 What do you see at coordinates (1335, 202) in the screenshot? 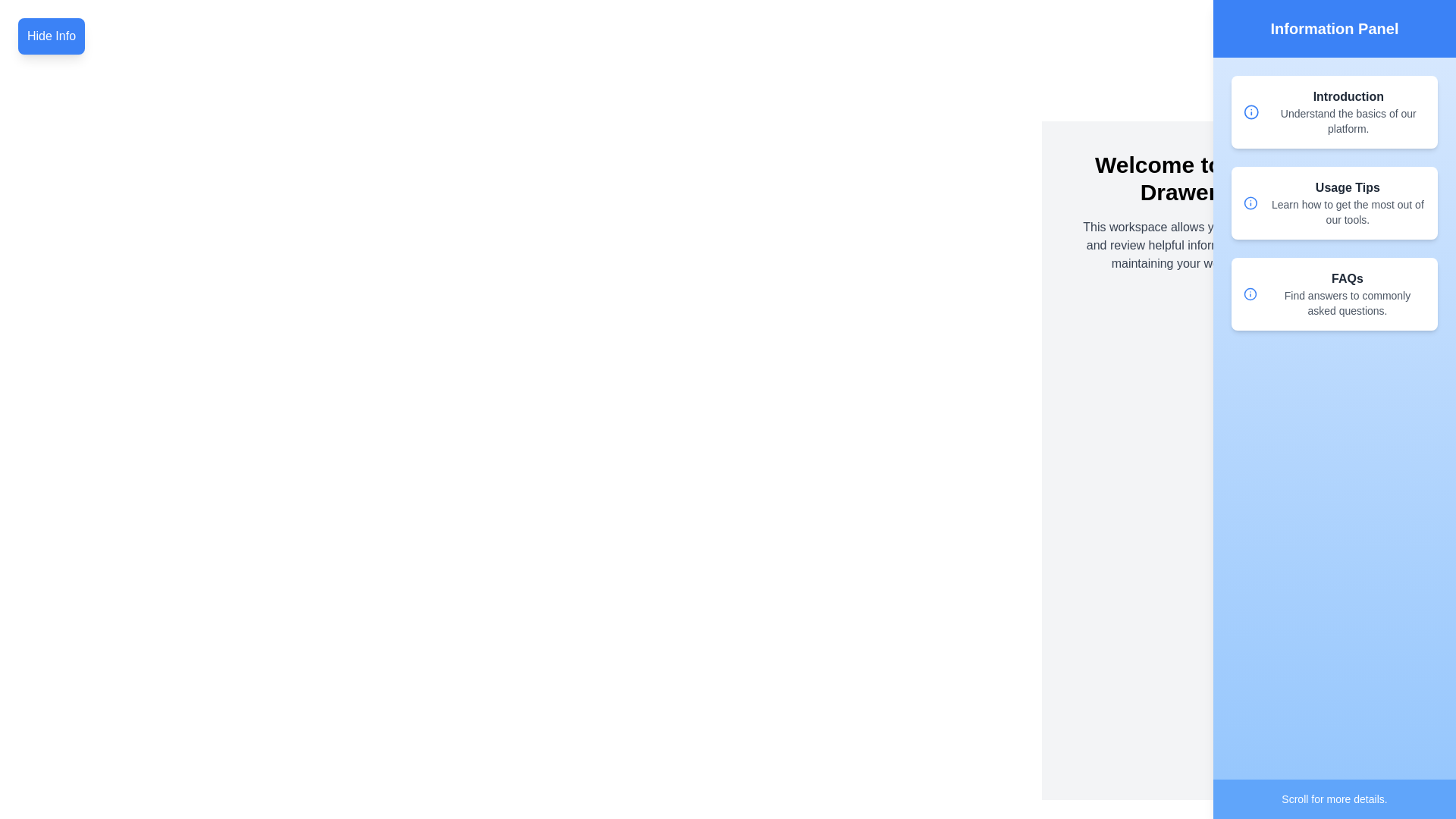
I see `displayed text on the second informational card located in the 'Information Panel' section, positioned below the 'Introduction' card and above the 'FAQs' card` at bounding box center [1335, 202].